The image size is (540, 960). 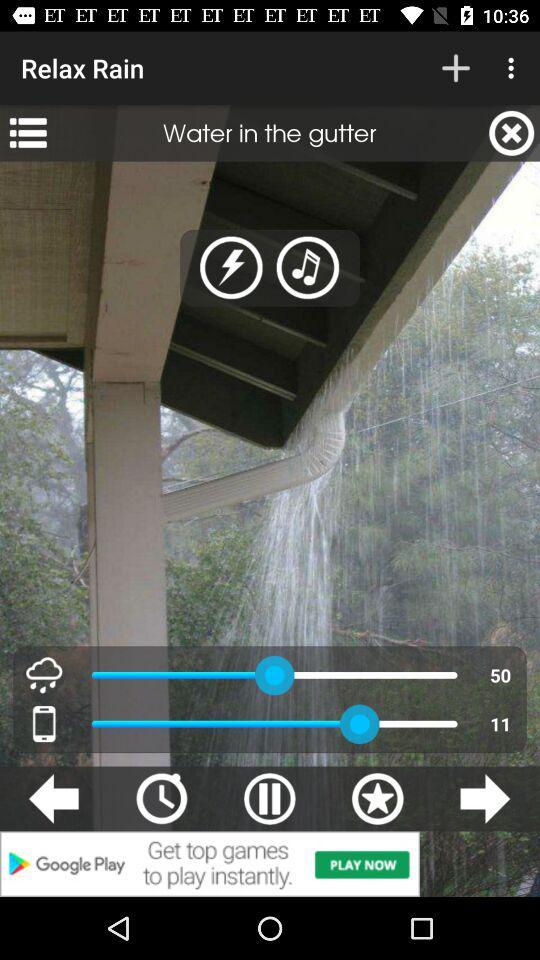 I want to click on item to the right of the water in the app, so click(x=511, y=132).